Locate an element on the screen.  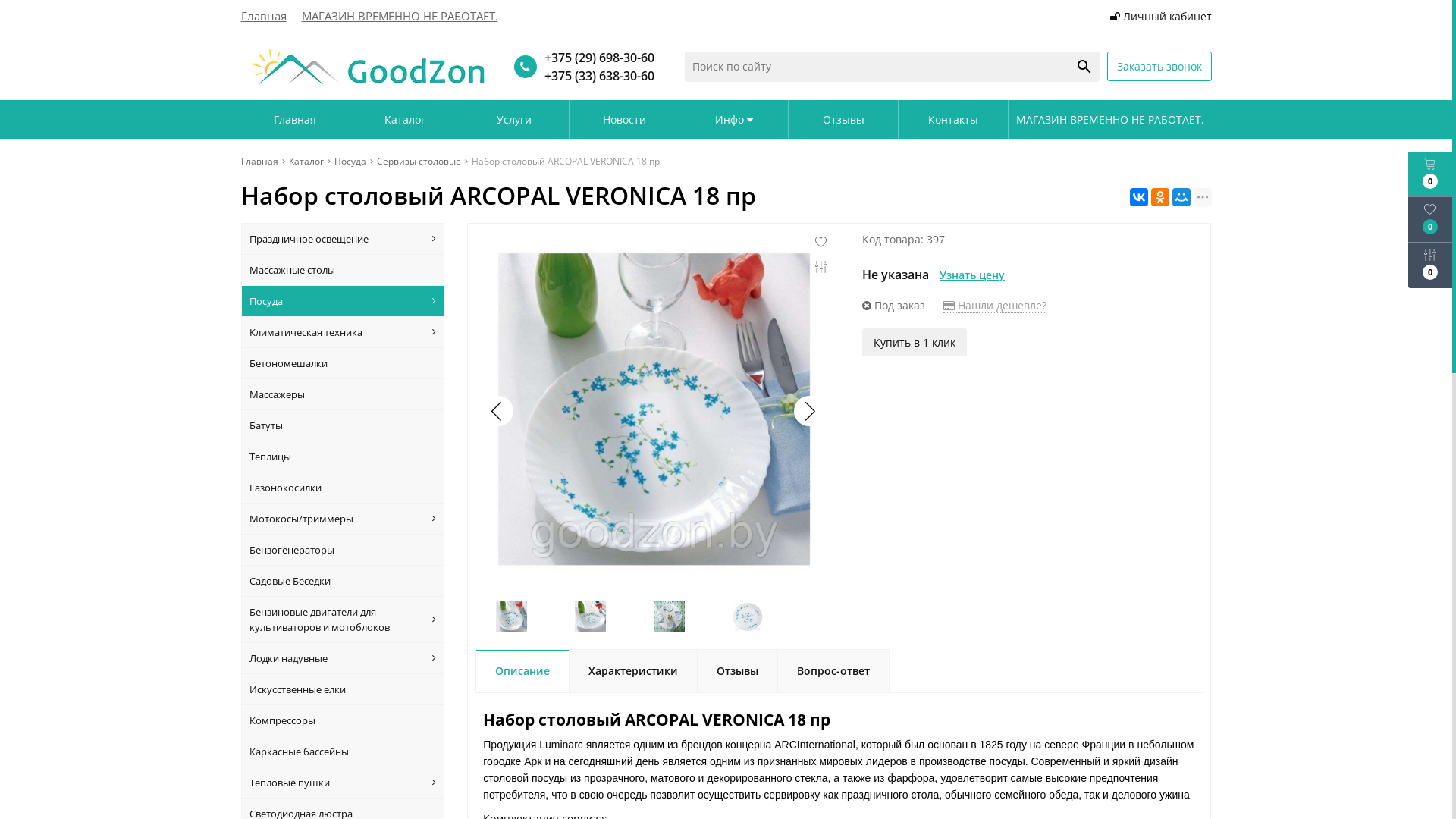
'0' is located at coordinates (1429, 173).